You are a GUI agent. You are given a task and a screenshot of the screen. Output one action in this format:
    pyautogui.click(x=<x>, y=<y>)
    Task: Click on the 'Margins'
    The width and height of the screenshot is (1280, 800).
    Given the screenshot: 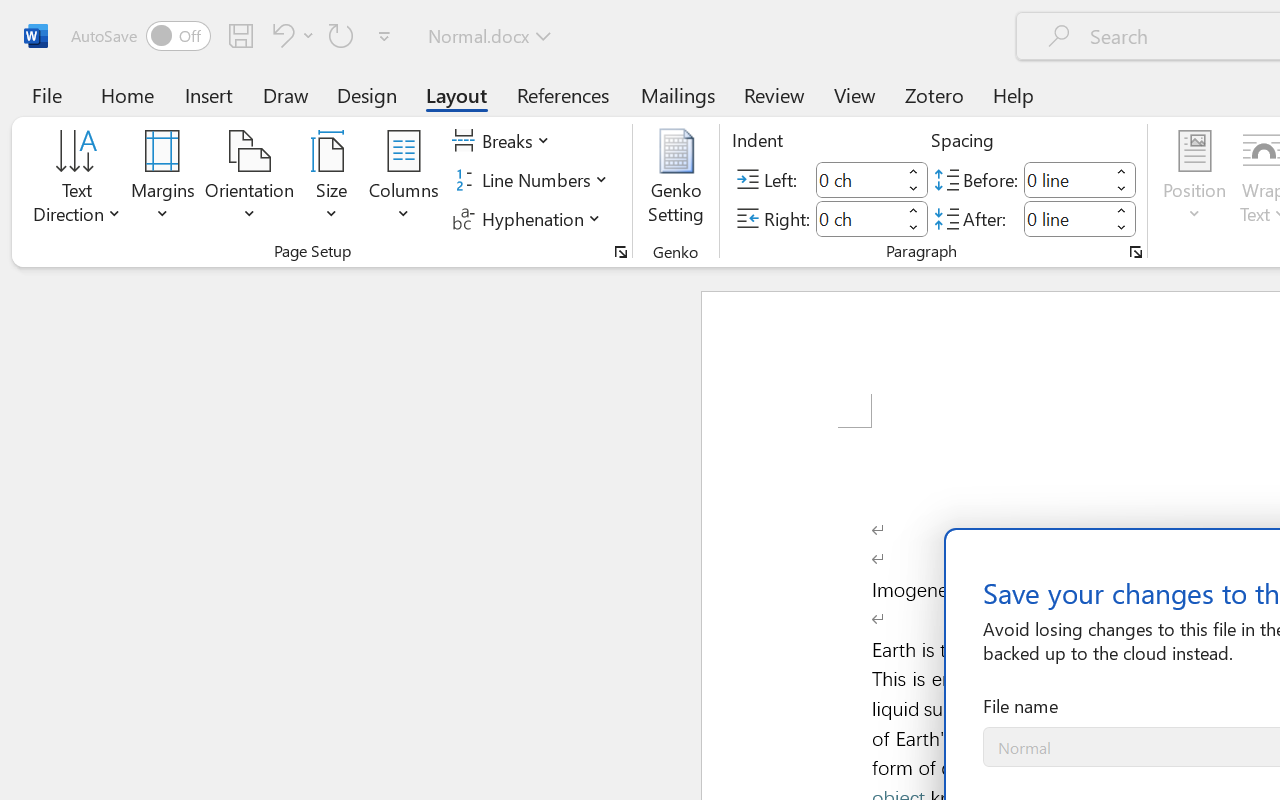 What is the action you would take?
    pyautogui.click(x=163, y=179)
    